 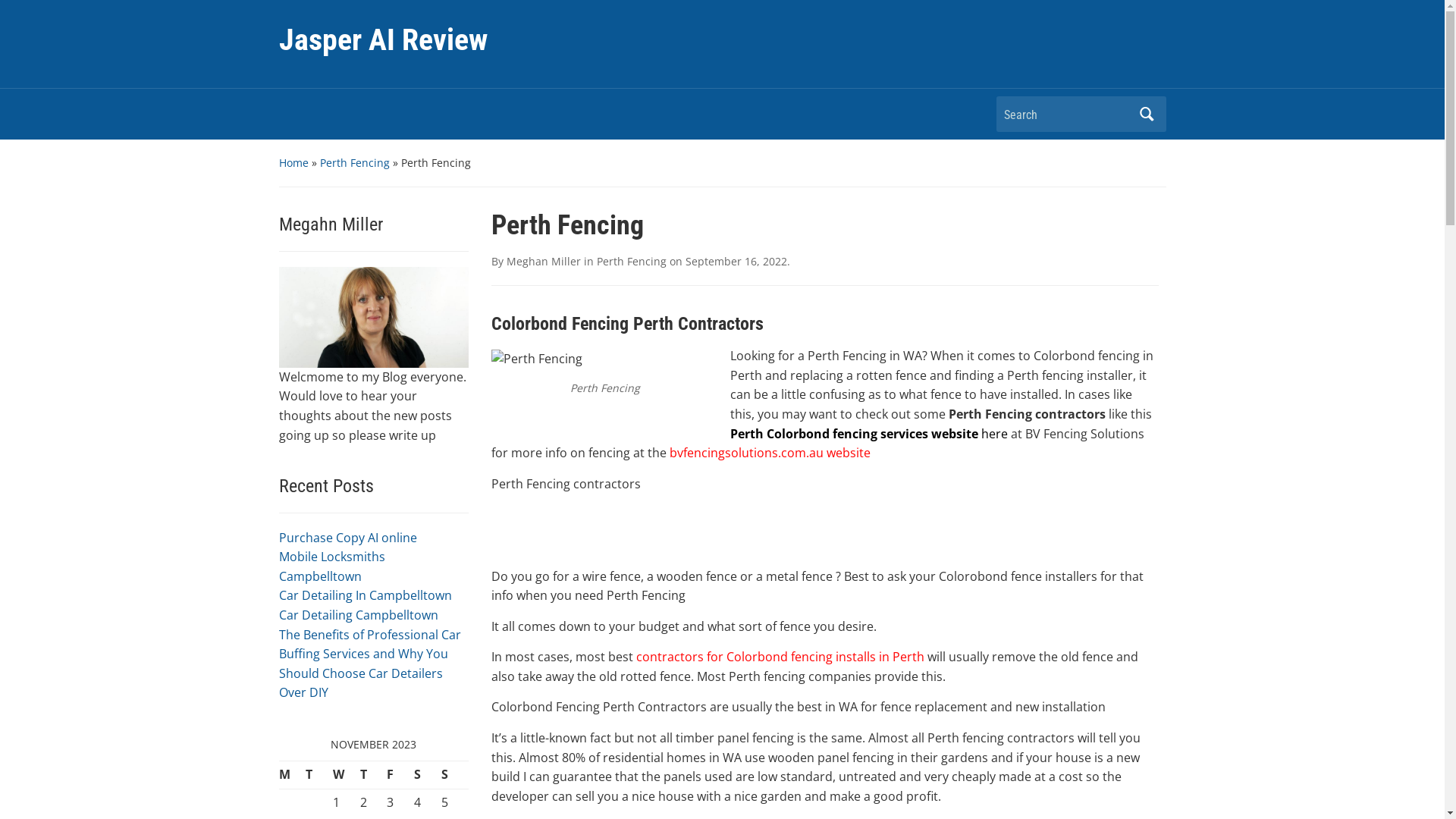 What do you see at coordinates (279, 162) in the screenshot?
I see `'Home'` at bounding box center [279, 162].